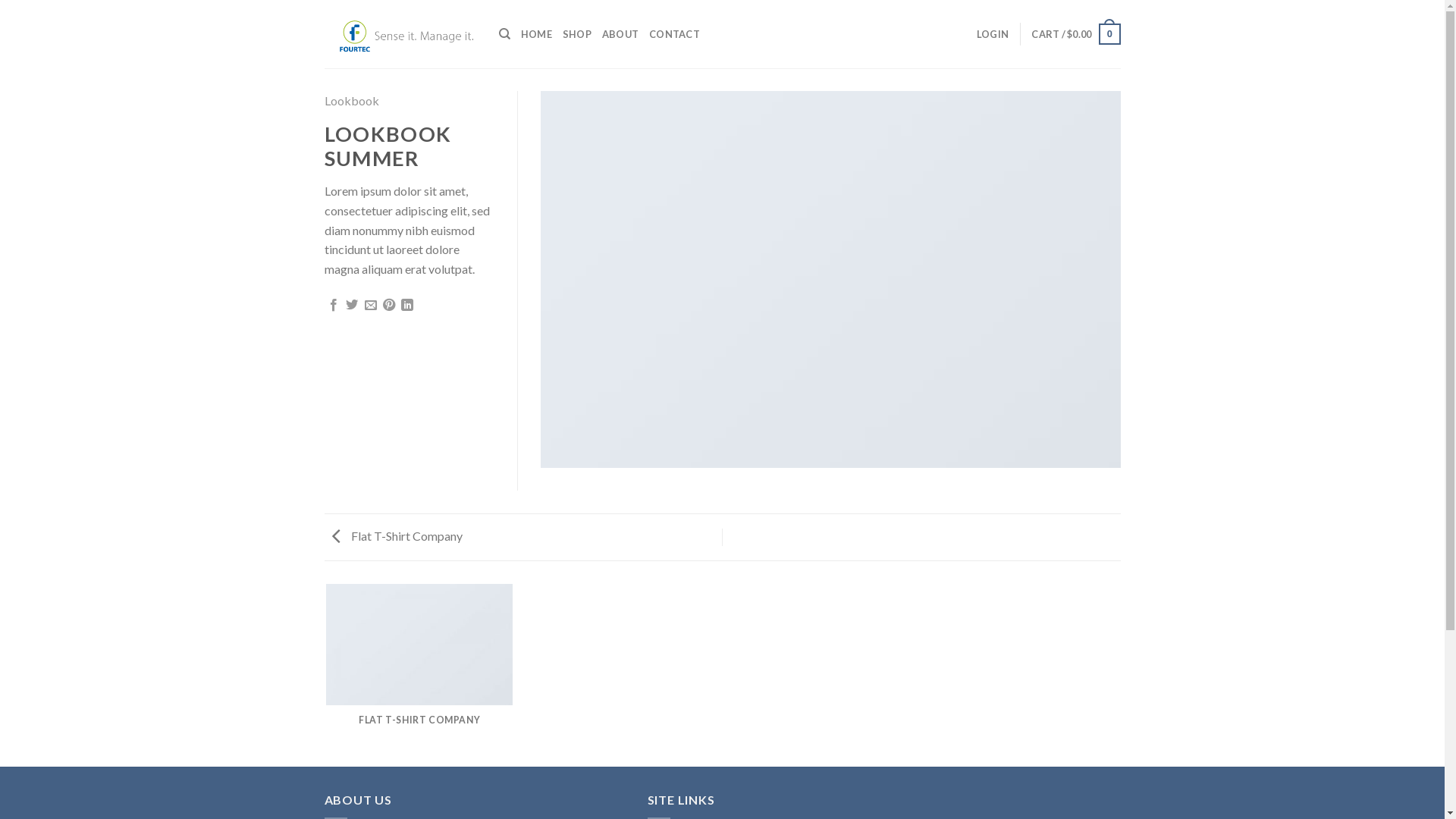 Image resolution: width=1456 pixels, height=819 pixels. What do you see at coordinates (576, 34) in the screenshot?
I see `'SHOP'` at bounding box center [576, 34].